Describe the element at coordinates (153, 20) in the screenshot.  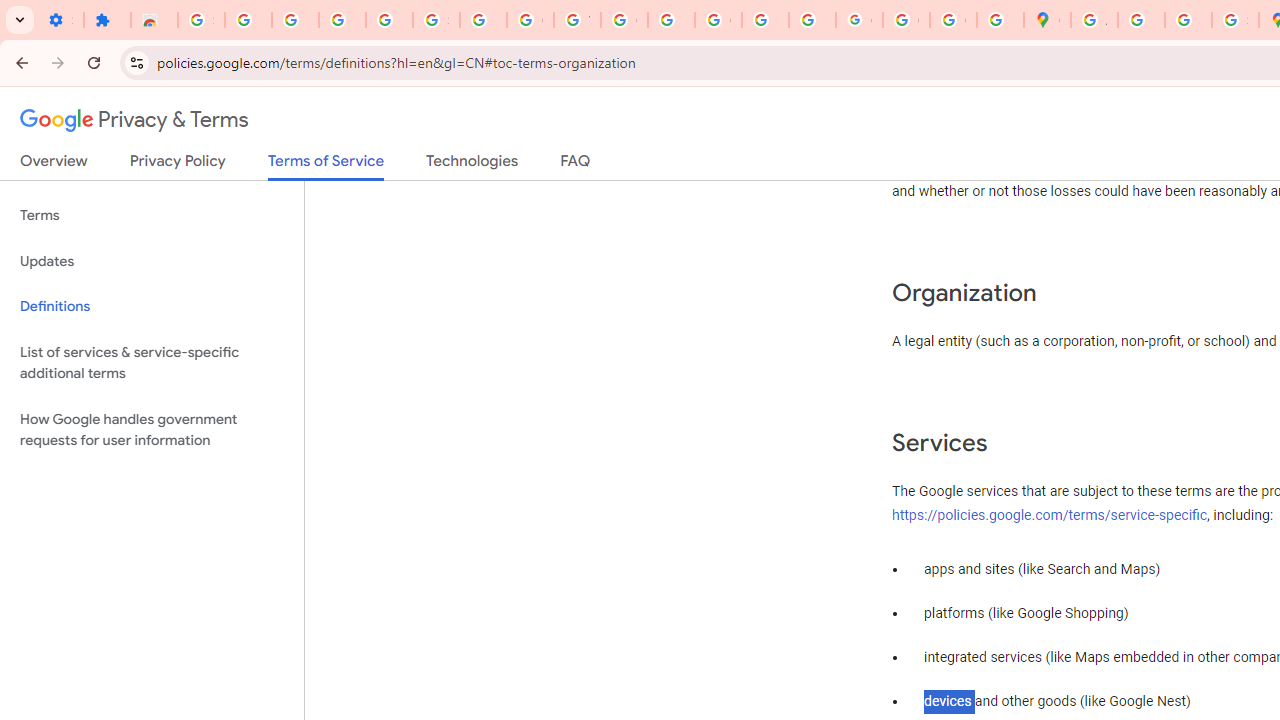
I see `'Reviews: Helix Fruit Jump Arcade Game'` at that location.